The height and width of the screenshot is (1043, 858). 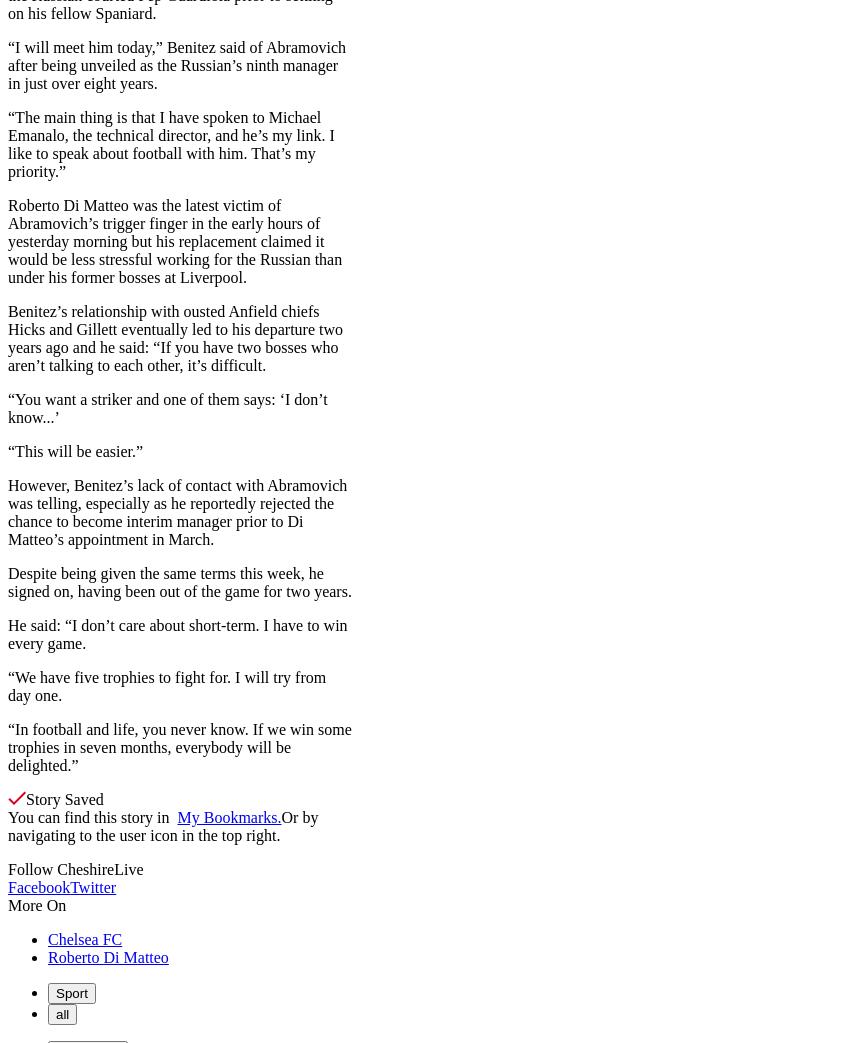 I want to click on 'He said: “I don’t care about short-term. I have to win every game.', so click(x=177, y=632).